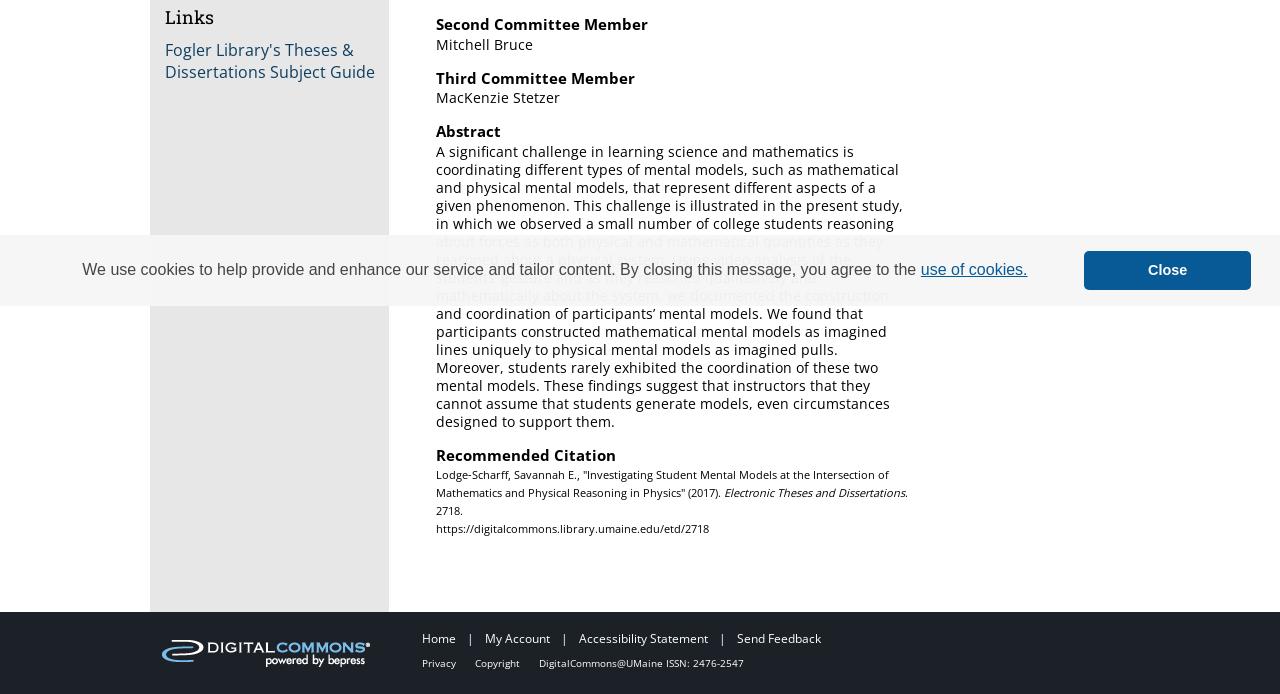 This screenshot has height=694, width=1280. Describe the element at coordinates (498, 96) in the screenshot. I see `'MacKenzie Stetzer'` at that location.